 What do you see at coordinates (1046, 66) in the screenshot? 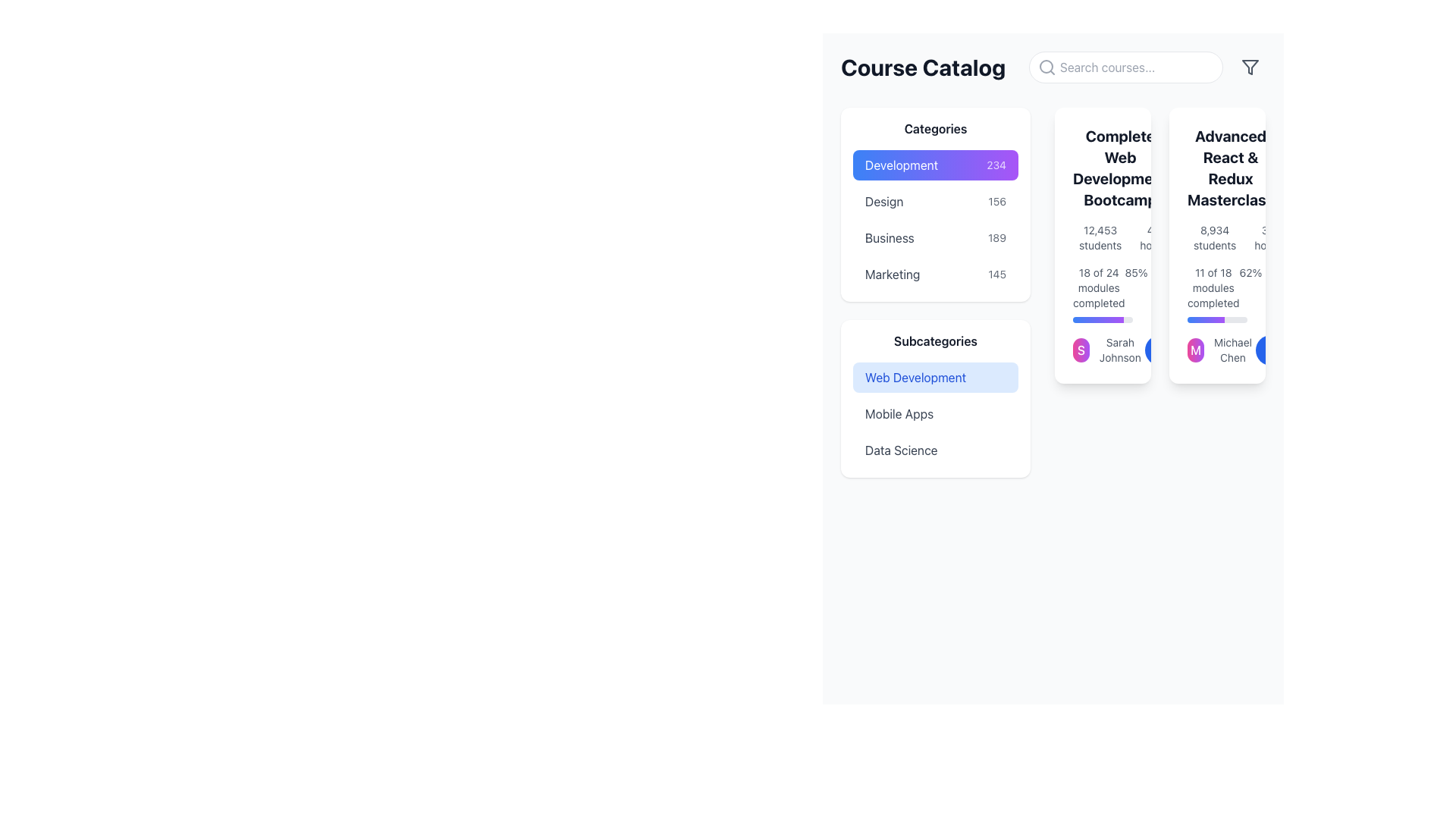
I see `the search icon represented by a gray magnifying glass outline` at bounding box center [1046, 66].